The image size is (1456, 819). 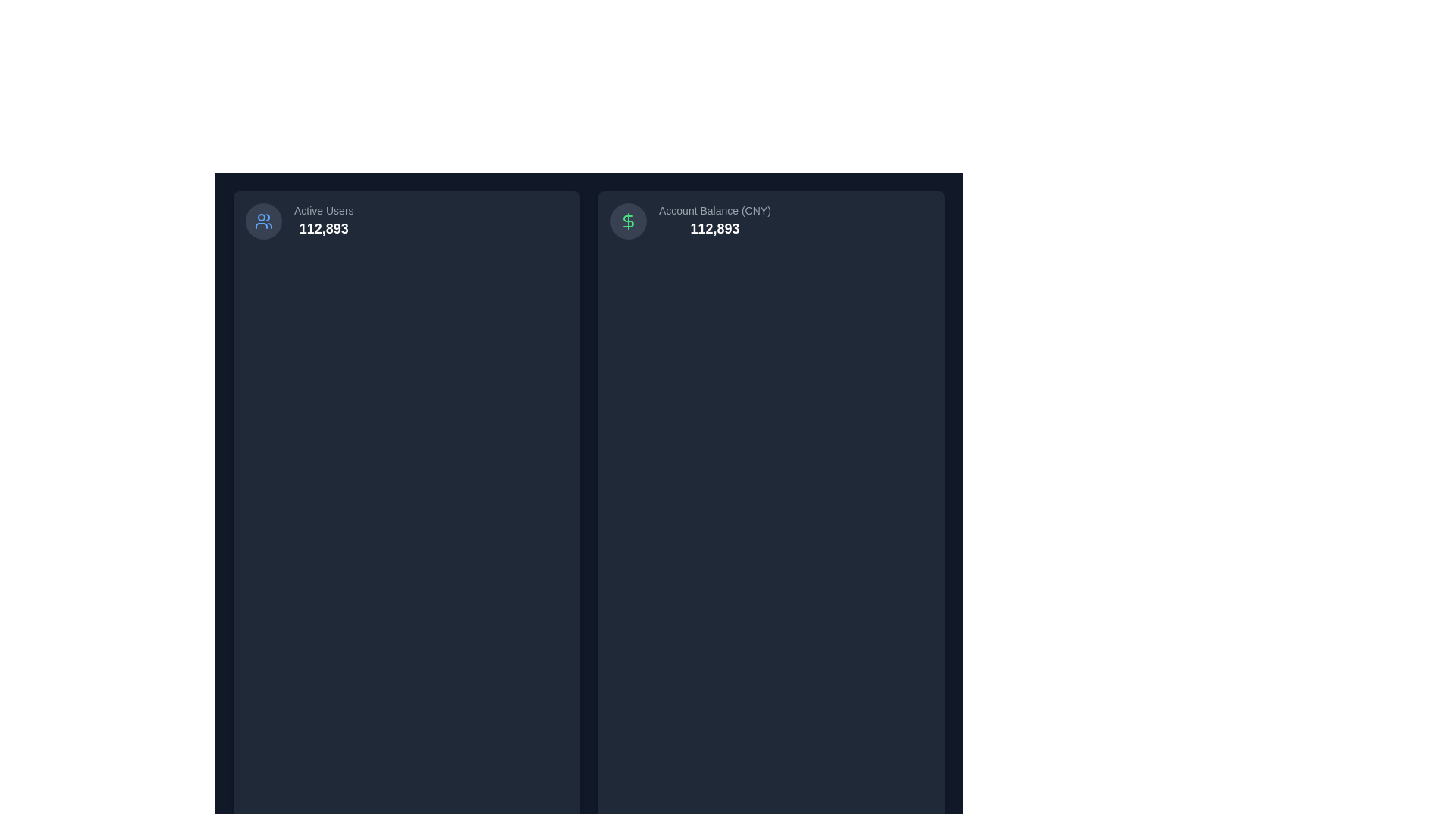 I want to click on the 'Account Balance (CNY)' text label, which indicates the type of numerical information displayed below it, specifically representing the account balance in Chinese Yuan (CNY), located at the top of a vertical layout within a section marked by a dollar sign icon, so click(x=714, y=210).